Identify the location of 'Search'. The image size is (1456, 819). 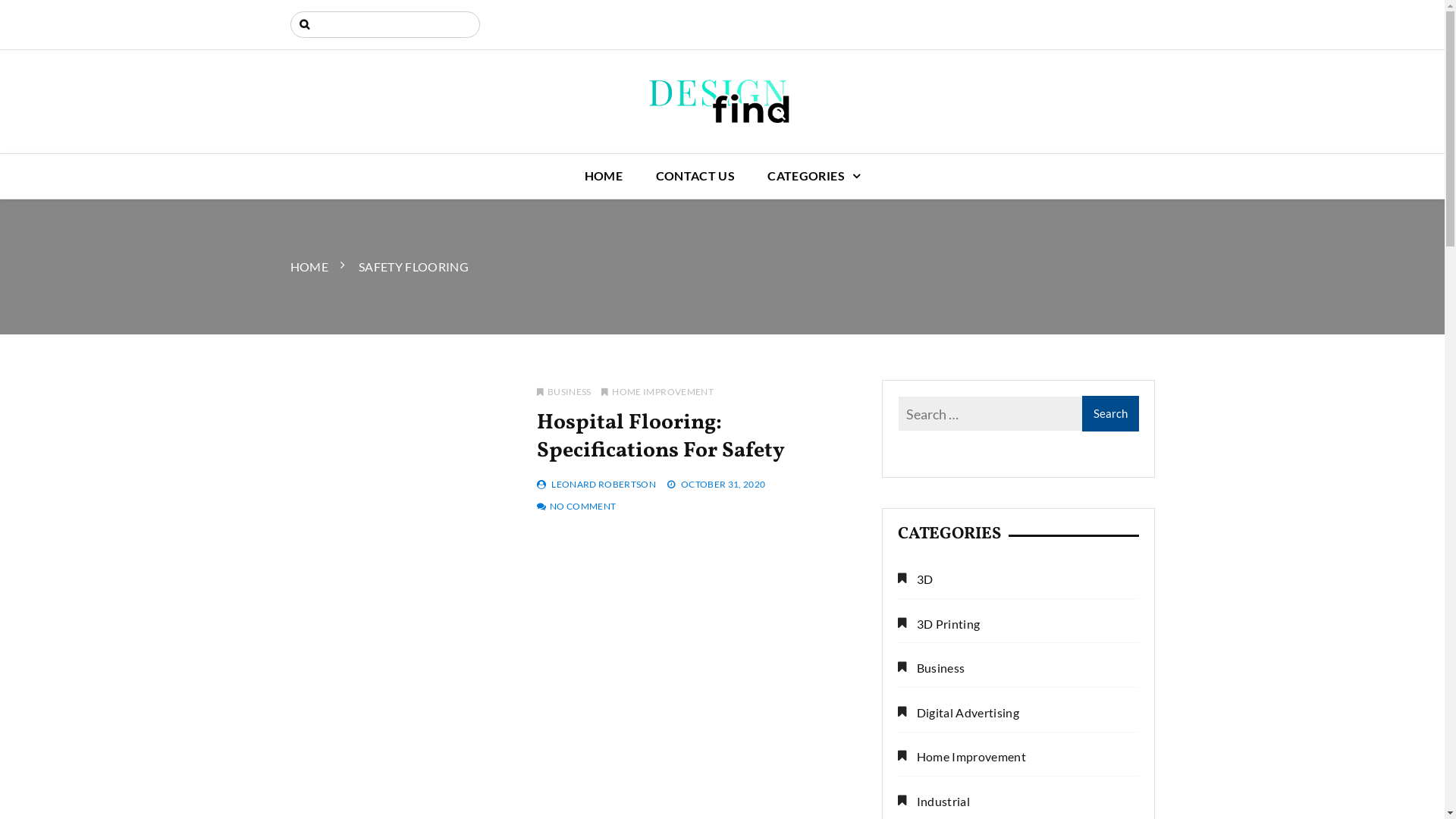
(1109, 413).